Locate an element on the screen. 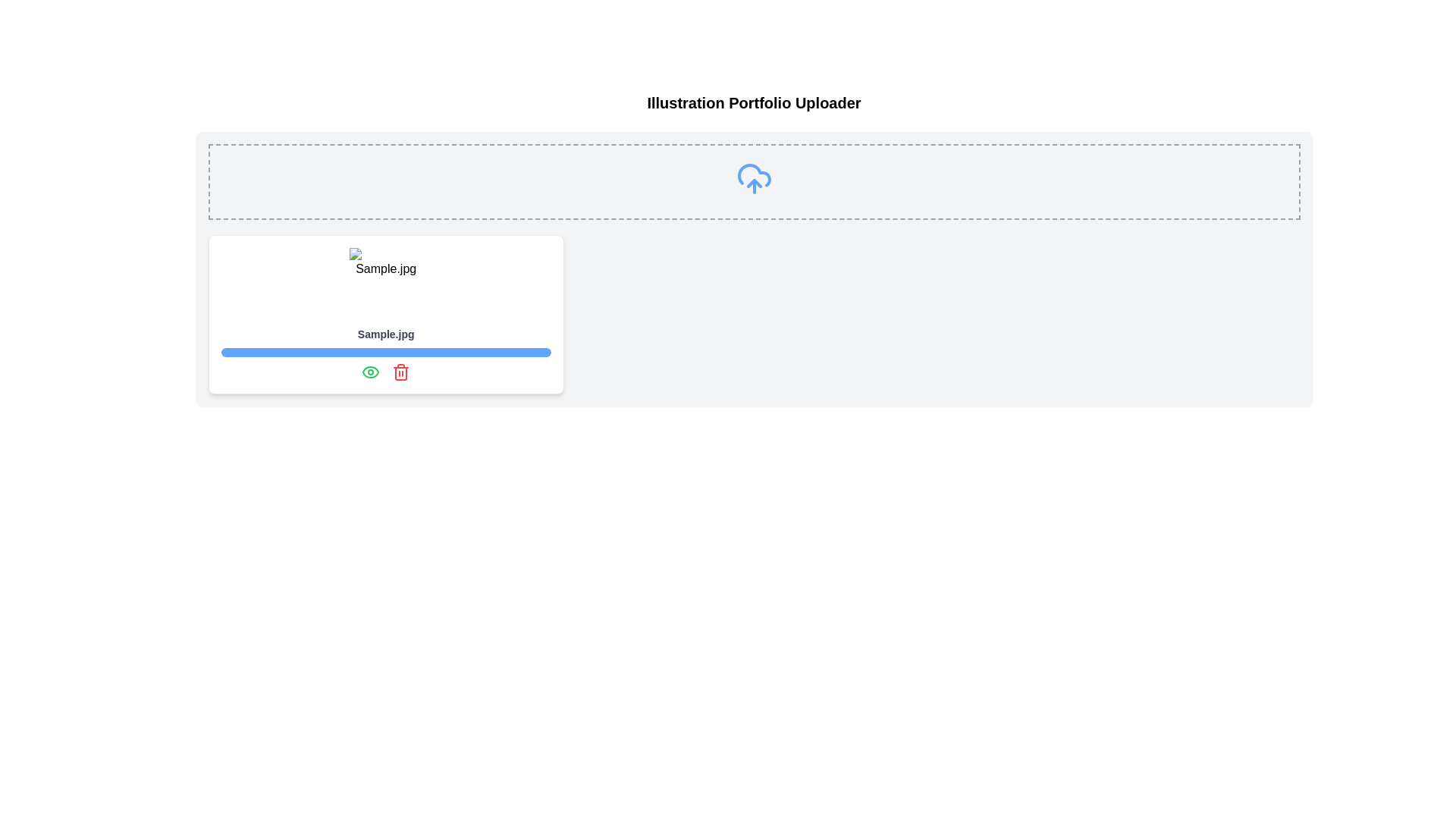 This screenshot has width=1456, height=819. the red garbage bin icon button located at the bottom right section of the modal dialog, indicating a delete action is located at coordinates (401, 374).